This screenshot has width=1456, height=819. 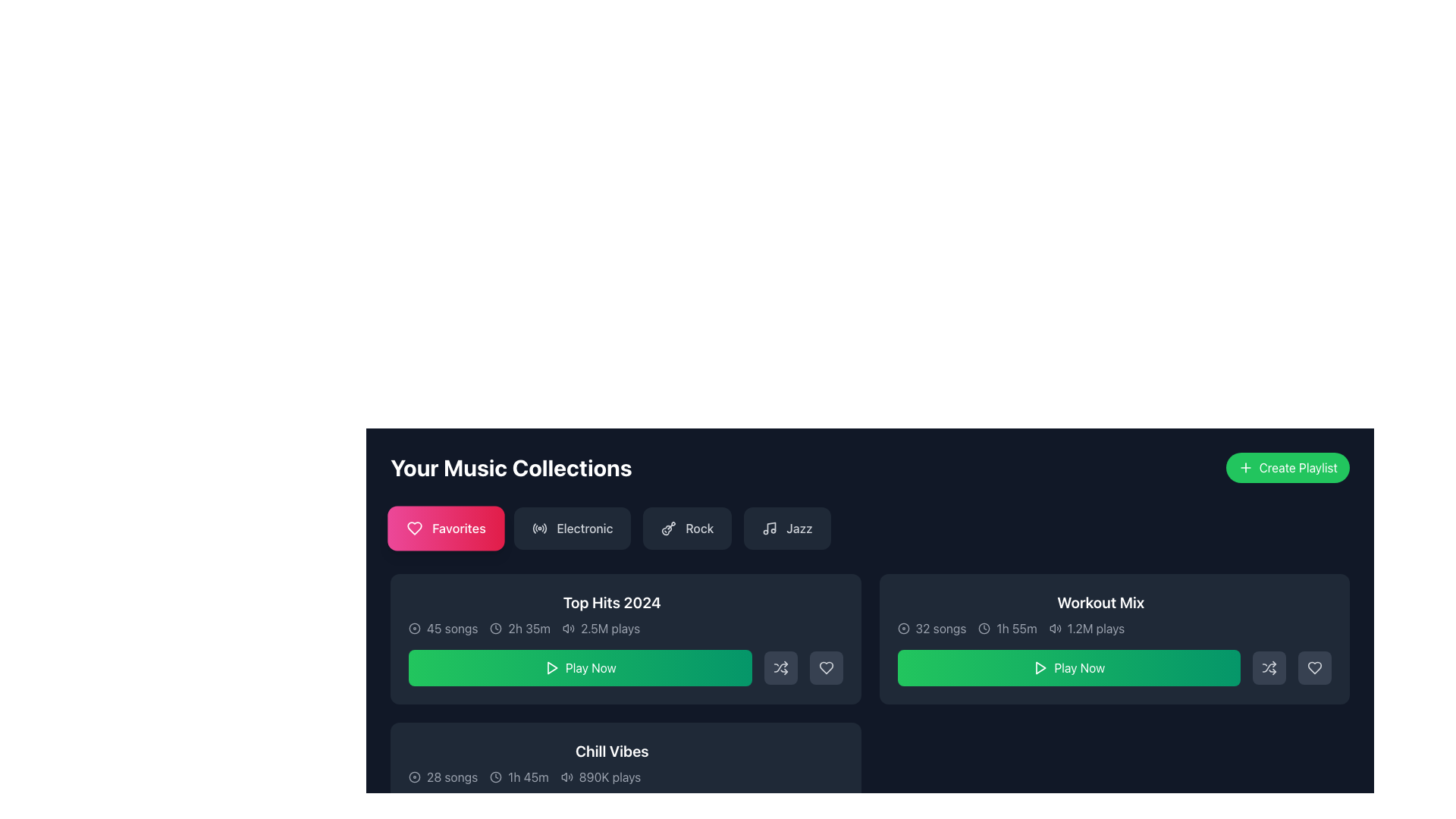 What do you see at coordinates (787, 528) in the screenshot?
I see `the button for selecting the 'Jazz' music category, which is the fourth button in a horizontal row under 'Your Music Collections'` at bounding box center [787, 528].